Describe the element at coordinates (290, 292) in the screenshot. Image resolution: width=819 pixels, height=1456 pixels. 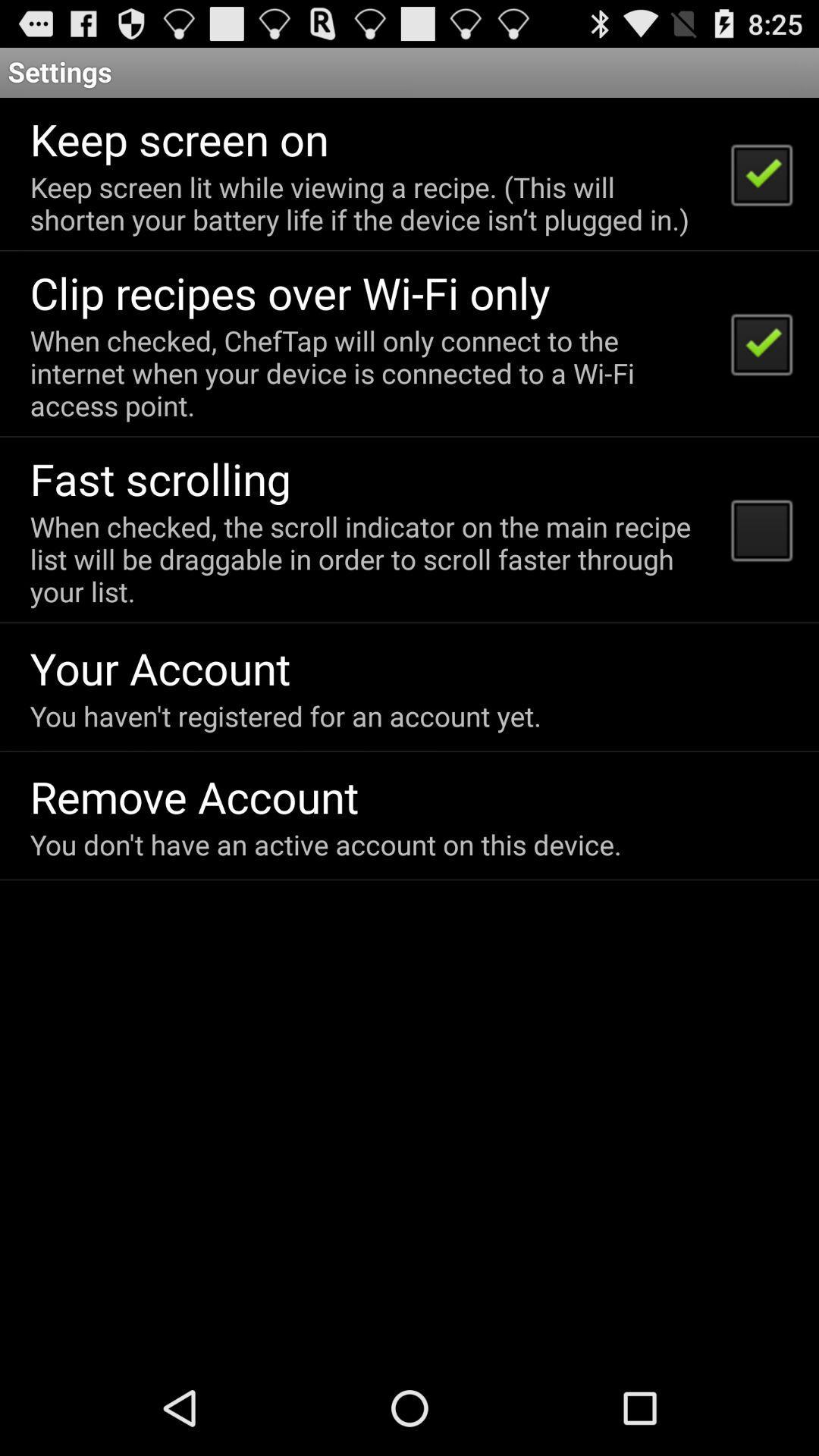
I see `the clip recipes over app` at that location.